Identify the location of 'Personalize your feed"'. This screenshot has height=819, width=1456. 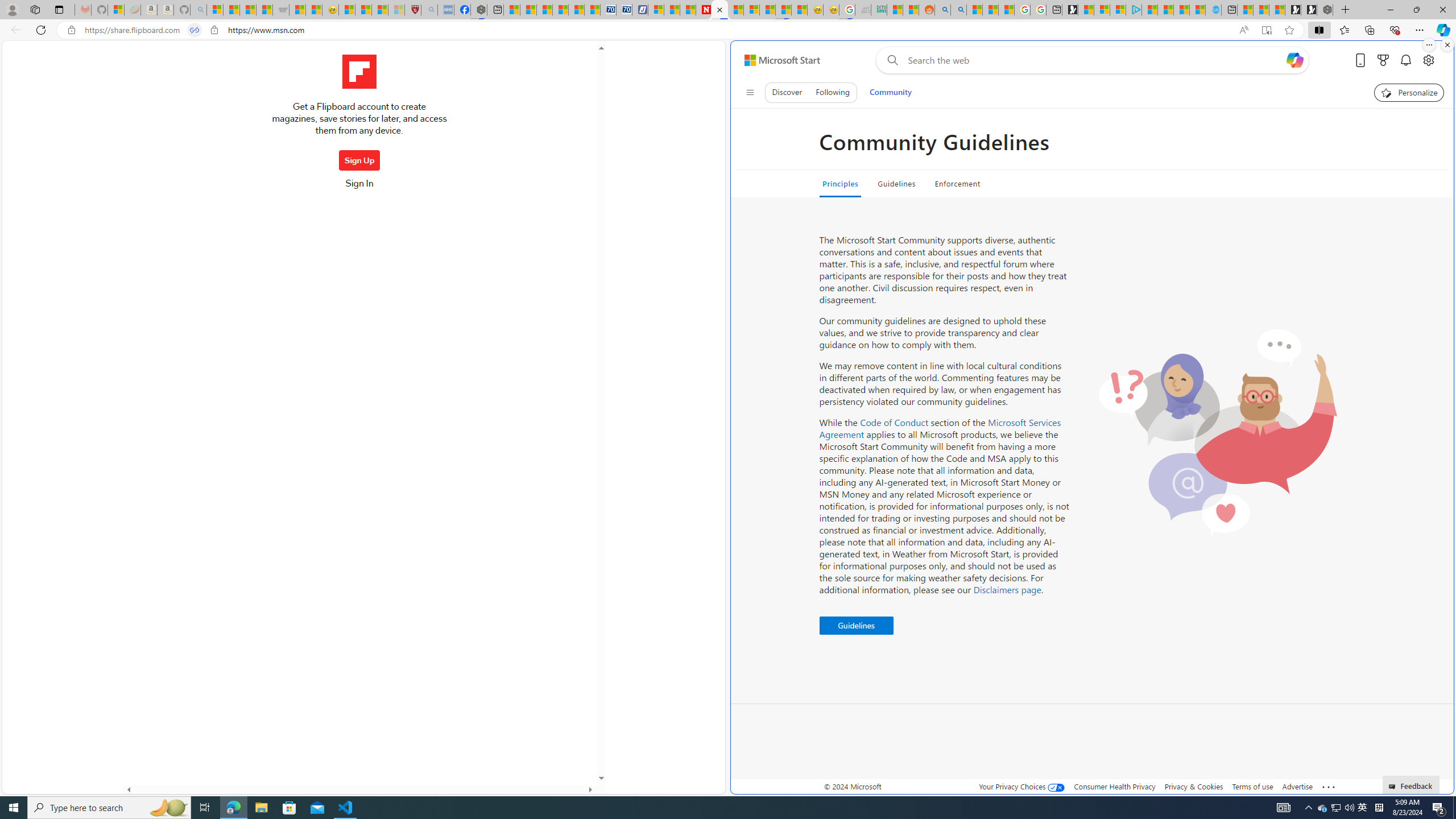
(1409, 92).